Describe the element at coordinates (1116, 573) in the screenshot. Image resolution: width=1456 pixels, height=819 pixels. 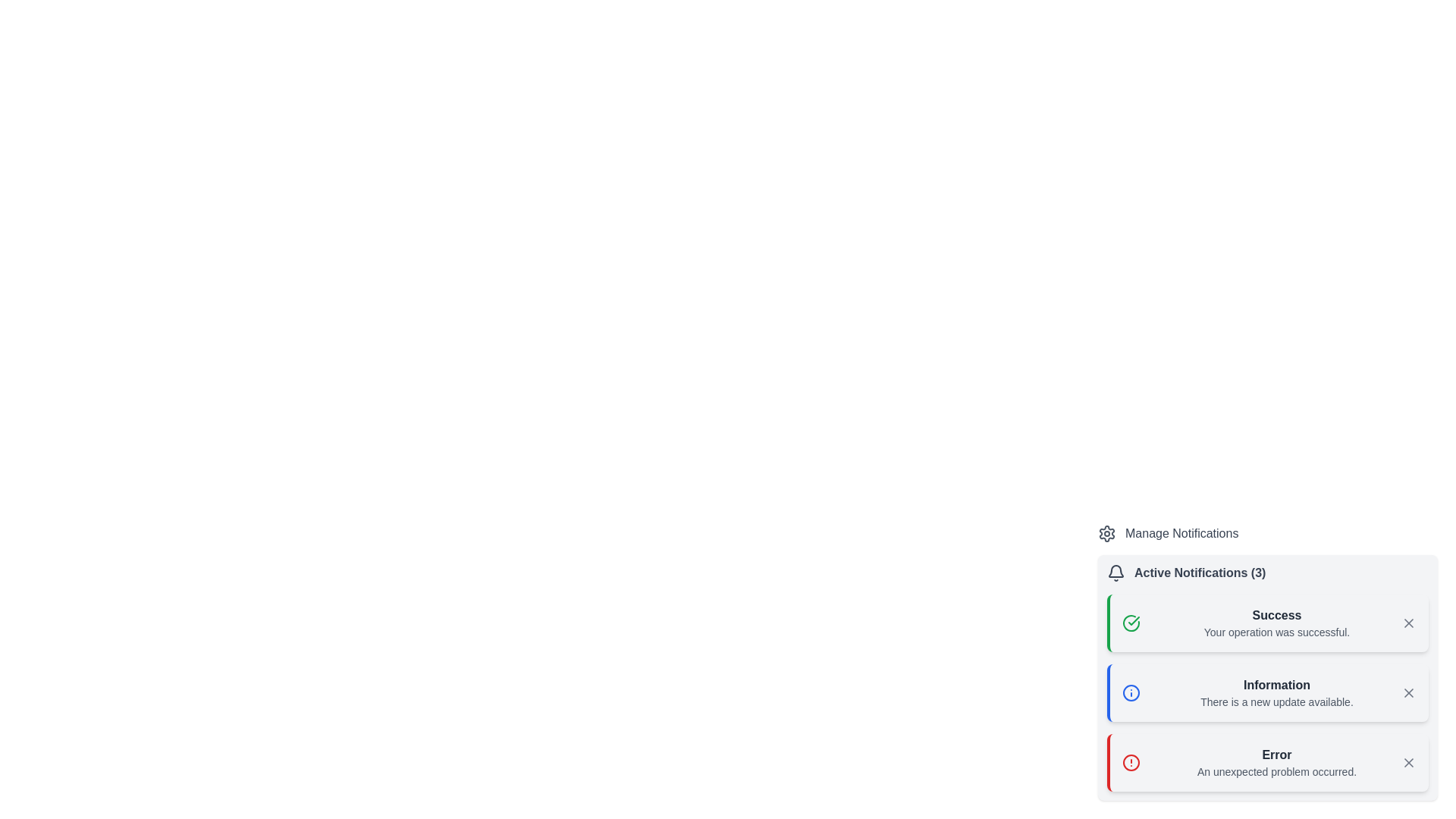
I see `the notification bell icon, which is styled with a simple outline and positioned to the left of the label 'Active Notifications (3)'` at that location.